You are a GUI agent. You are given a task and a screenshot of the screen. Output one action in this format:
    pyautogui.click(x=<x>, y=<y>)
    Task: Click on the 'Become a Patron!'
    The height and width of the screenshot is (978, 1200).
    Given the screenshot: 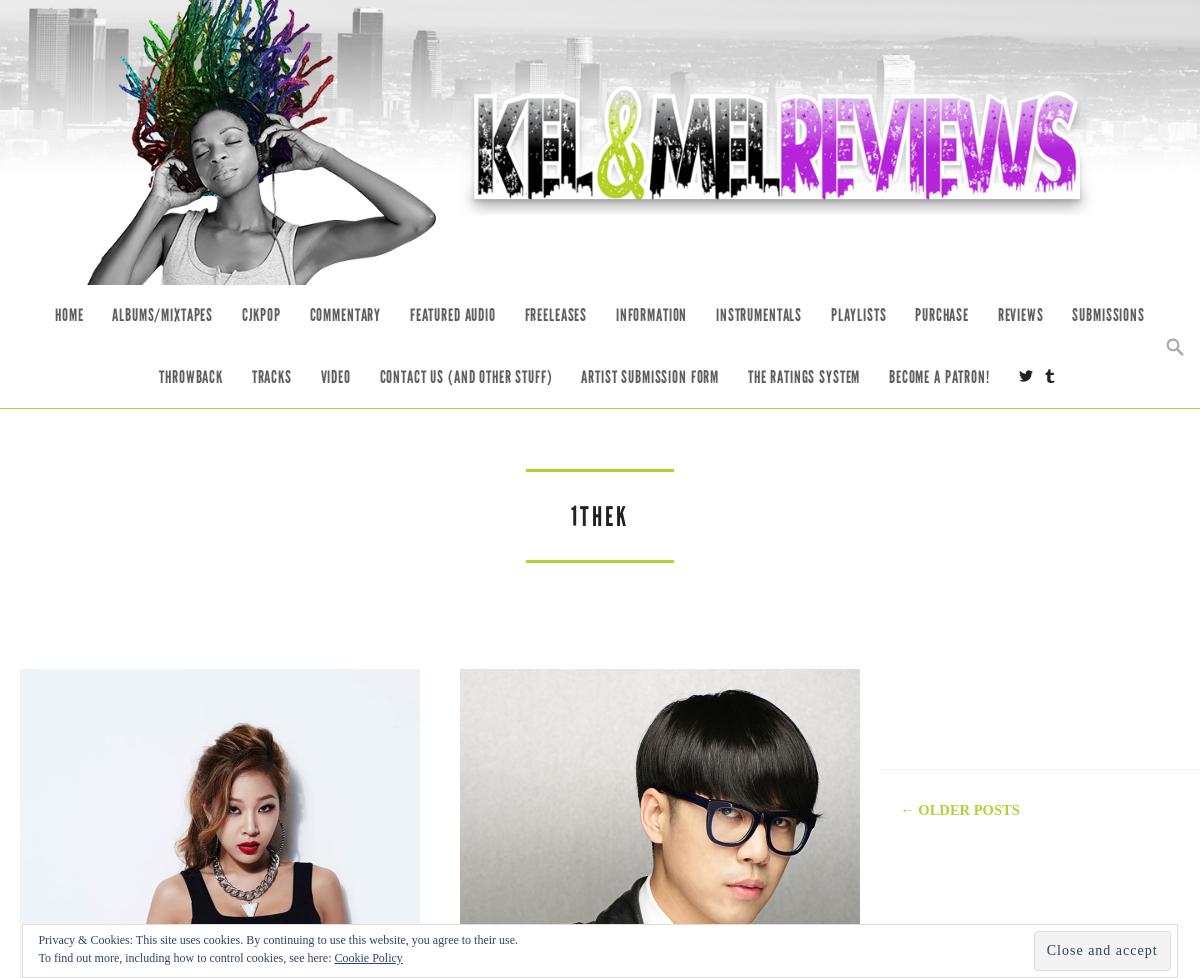 What is the action you would take?
    pyautogui.click(x=938, y=375)
    